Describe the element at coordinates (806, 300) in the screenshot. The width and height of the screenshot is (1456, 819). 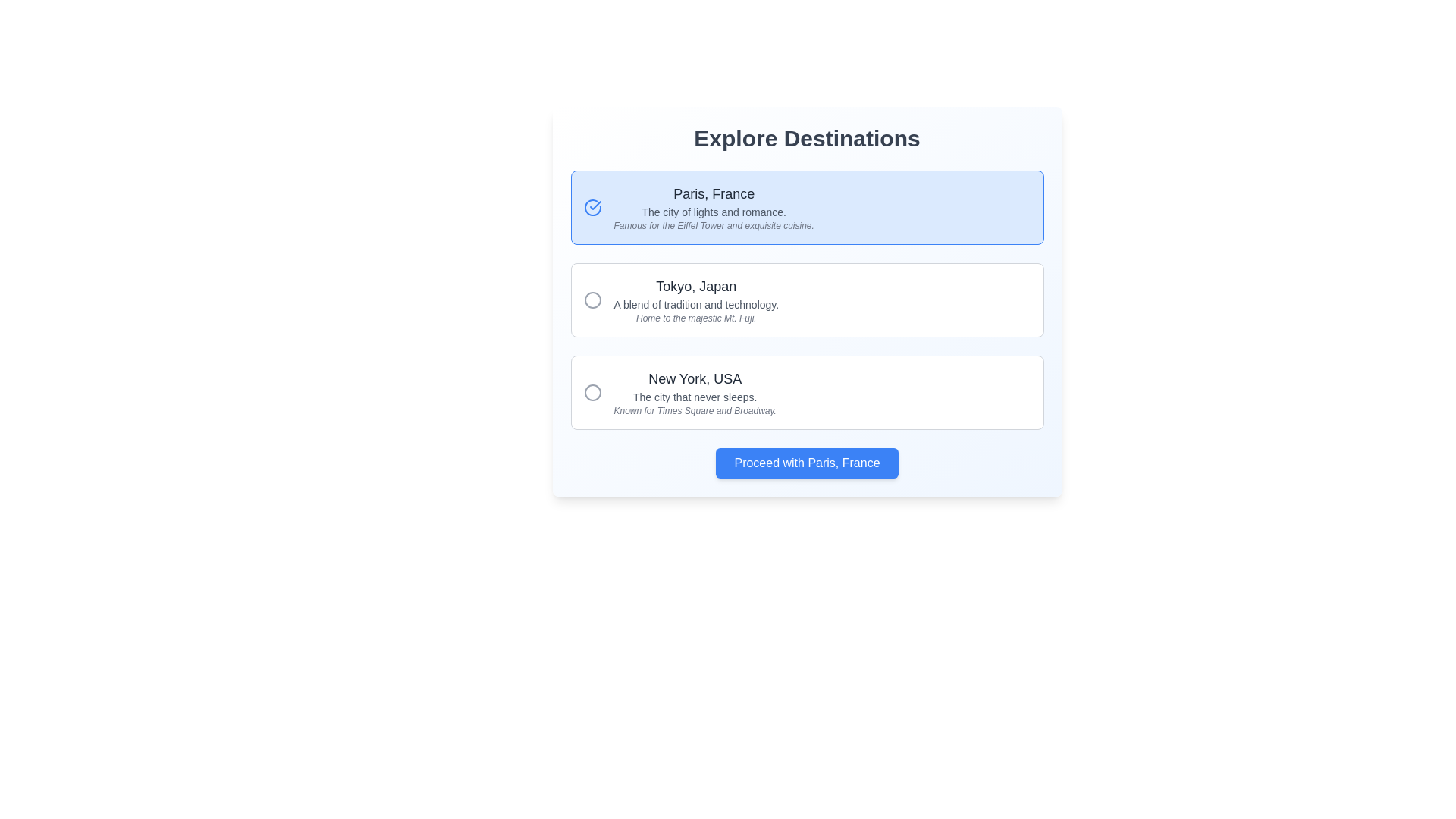
I see `the highlighted list item labeled 'Tokyo, Japan'` at that location.